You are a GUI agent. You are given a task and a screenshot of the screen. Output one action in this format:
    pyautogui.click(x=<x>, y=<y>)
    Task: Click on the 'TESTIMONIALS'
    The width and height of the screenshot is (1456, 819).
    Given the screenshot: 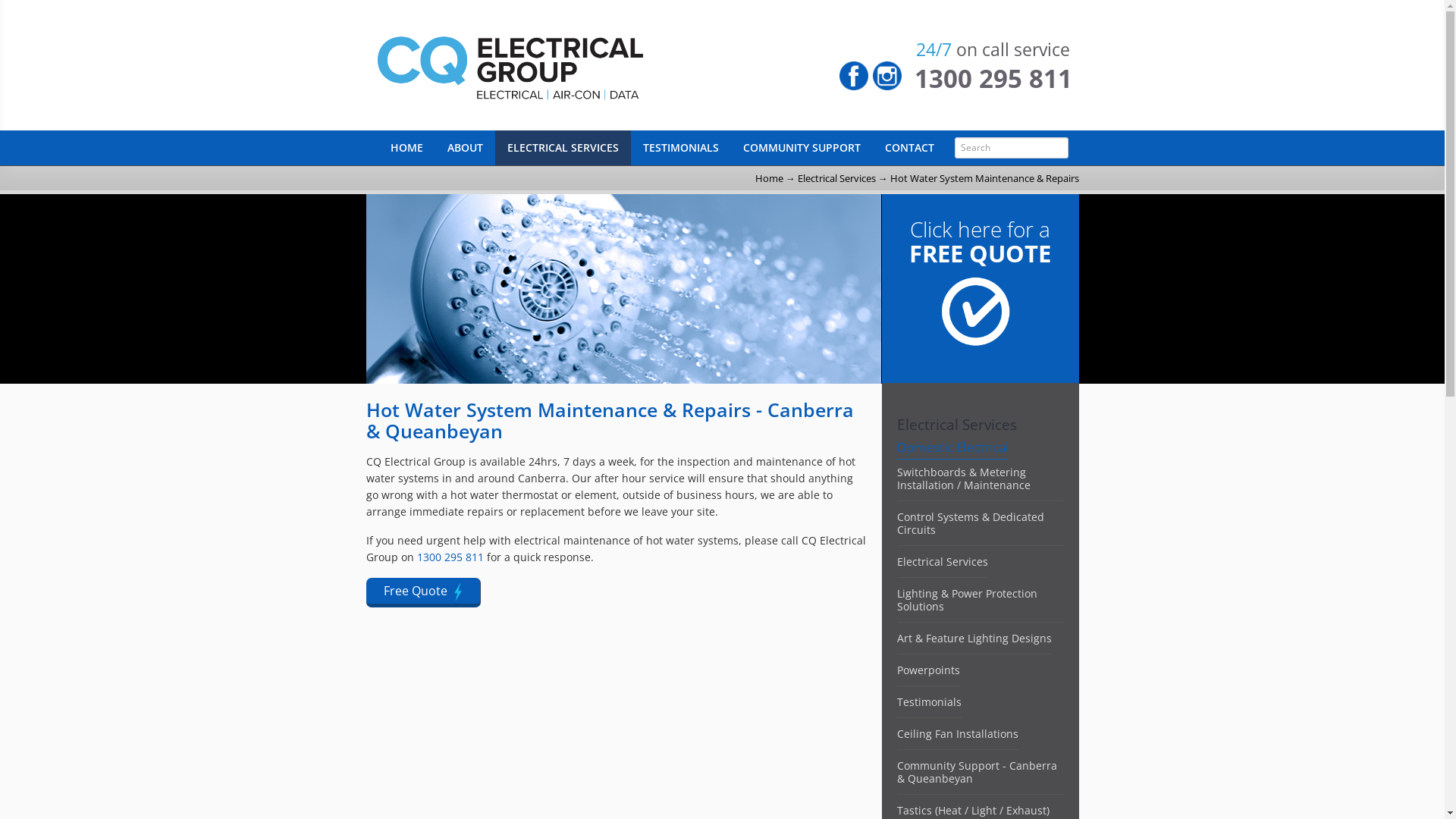 What is the action you would take?
    pyautogui.click(x=679, y=148)
    